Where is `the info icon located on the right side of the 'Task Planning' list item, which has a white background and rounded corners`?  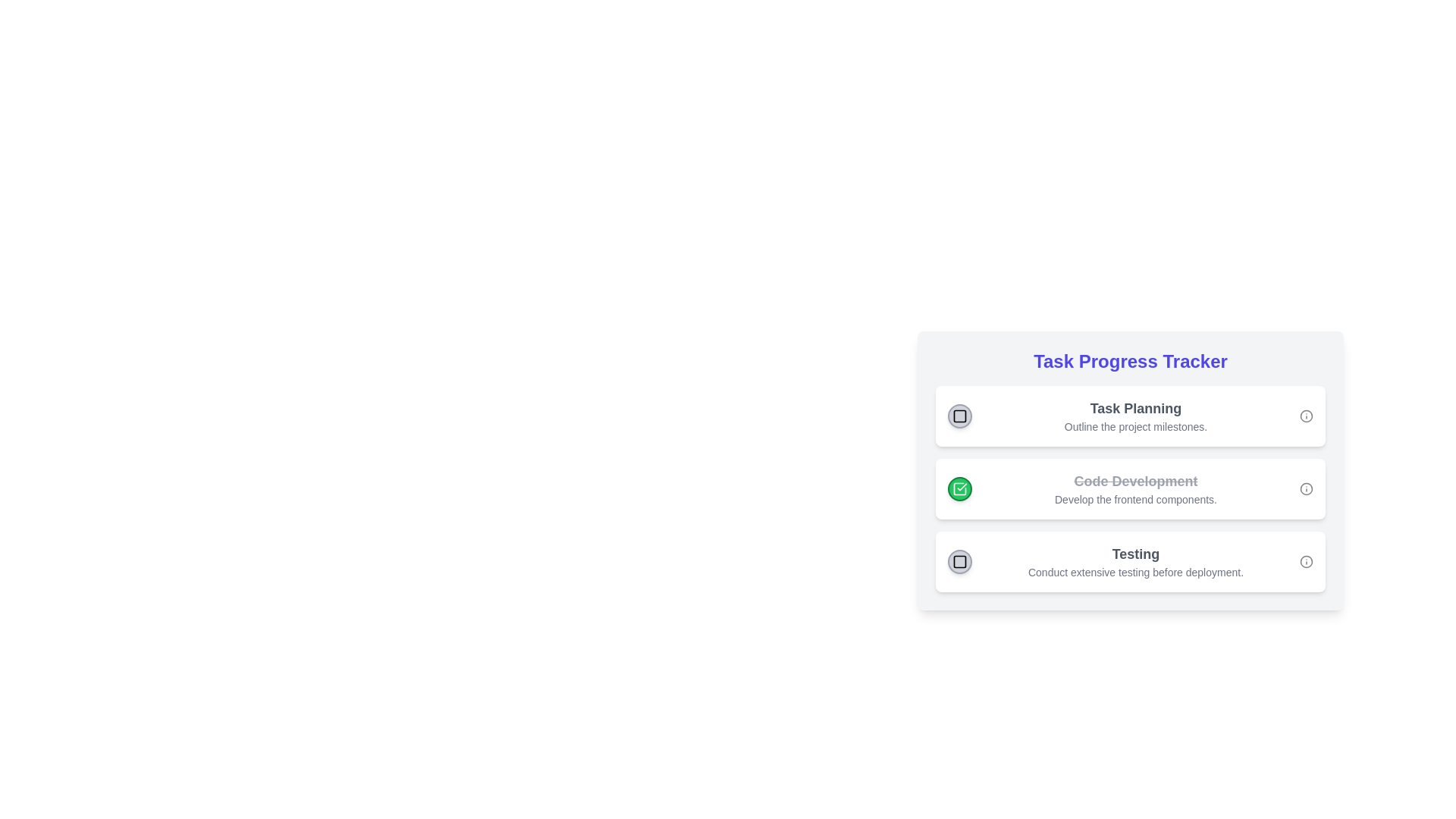
the info icon located on the right side of the 'Task Planning' list item, which has a white background and rounded corners is located at coordinates (1131, 416).